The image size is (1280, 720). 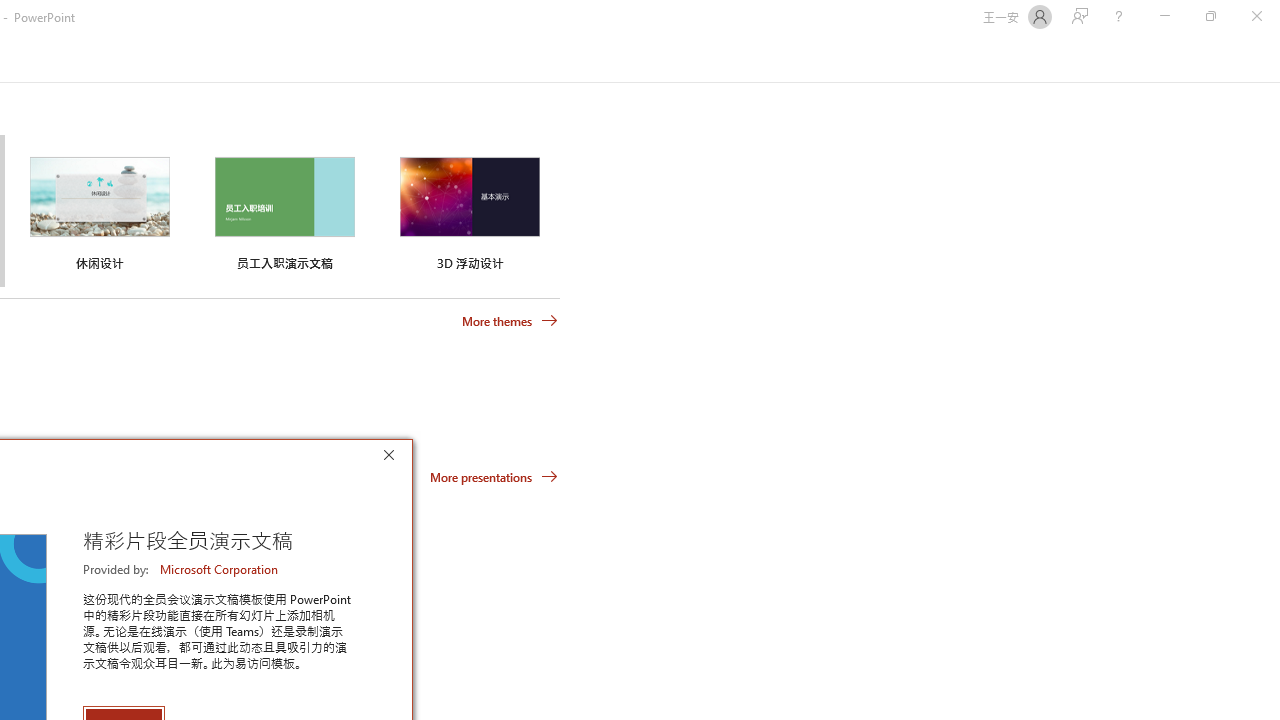 What do you see at coordinates (510, 320) in the screenshot?
I see `'More themes'` at bounding box center [510, 320].